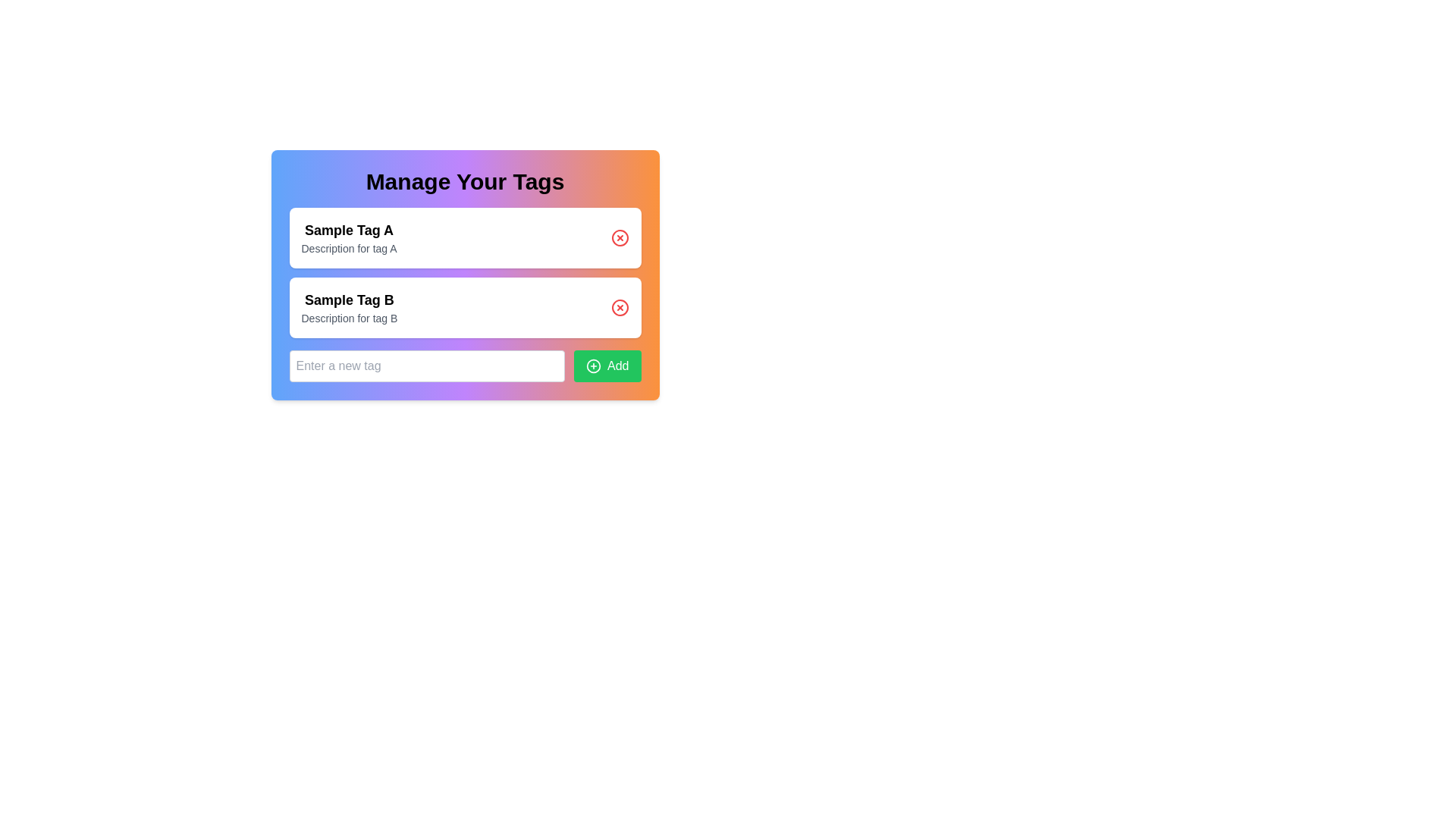 The width and height of the screenshot is (1456, 819). I want to click on the 'Add' text label within the green button, so click(618, 366).